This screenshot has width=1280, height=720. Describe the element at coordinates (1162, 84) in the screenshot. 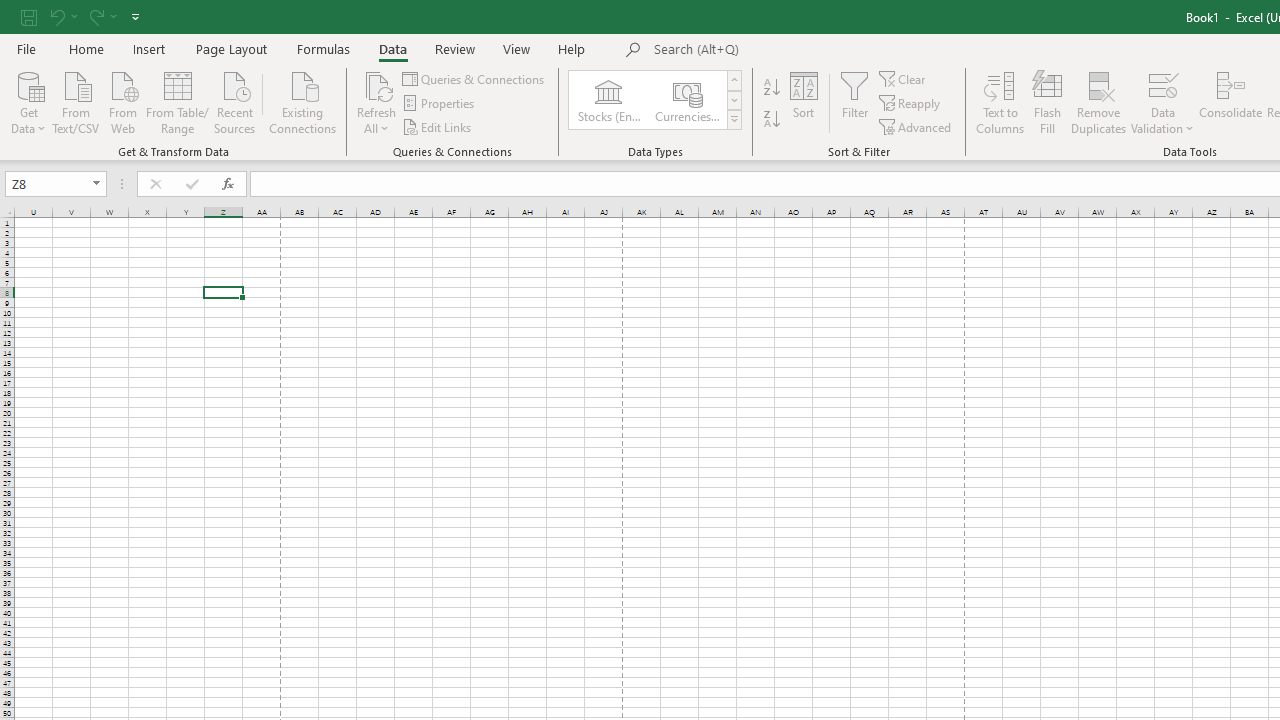

I see `'Data Validation...'` at that location.